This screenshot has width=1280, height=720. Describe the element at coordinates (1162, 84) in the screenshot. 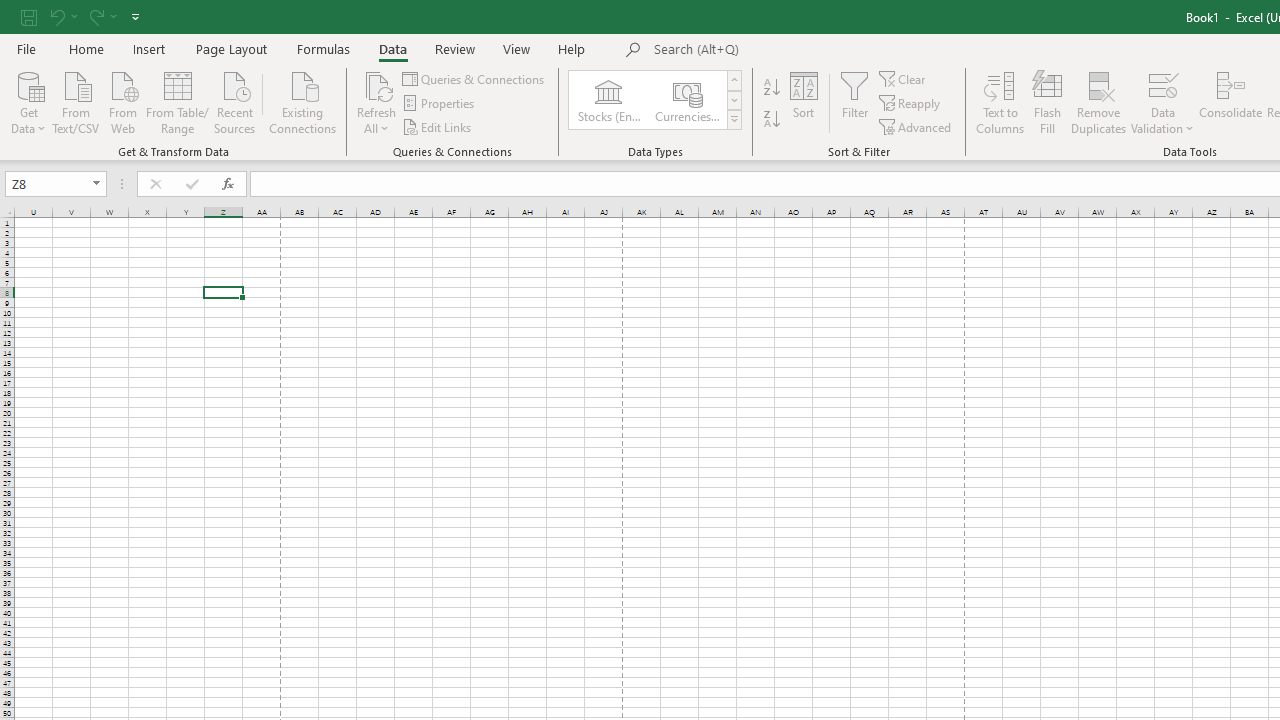

I see `'Data Validation...'` at that location.